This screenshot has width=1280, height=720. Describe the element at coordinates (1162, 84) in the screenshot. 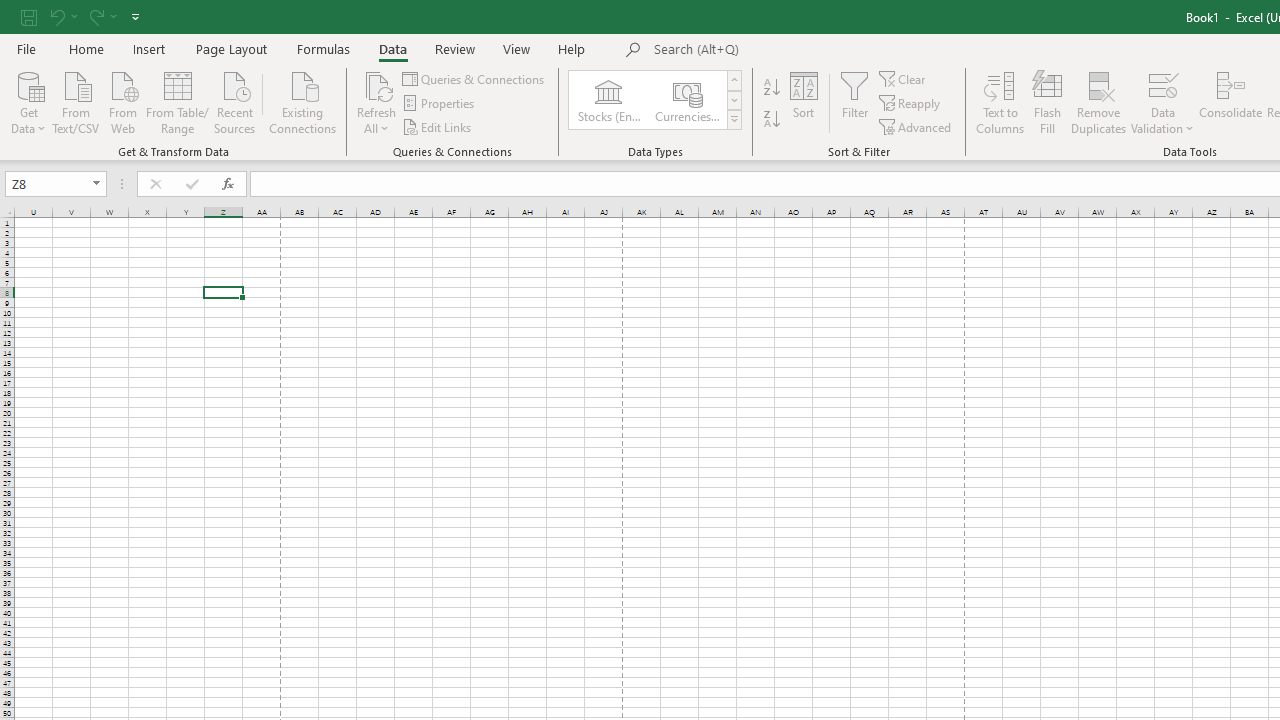

I see `'Data Validation...'` at that location.